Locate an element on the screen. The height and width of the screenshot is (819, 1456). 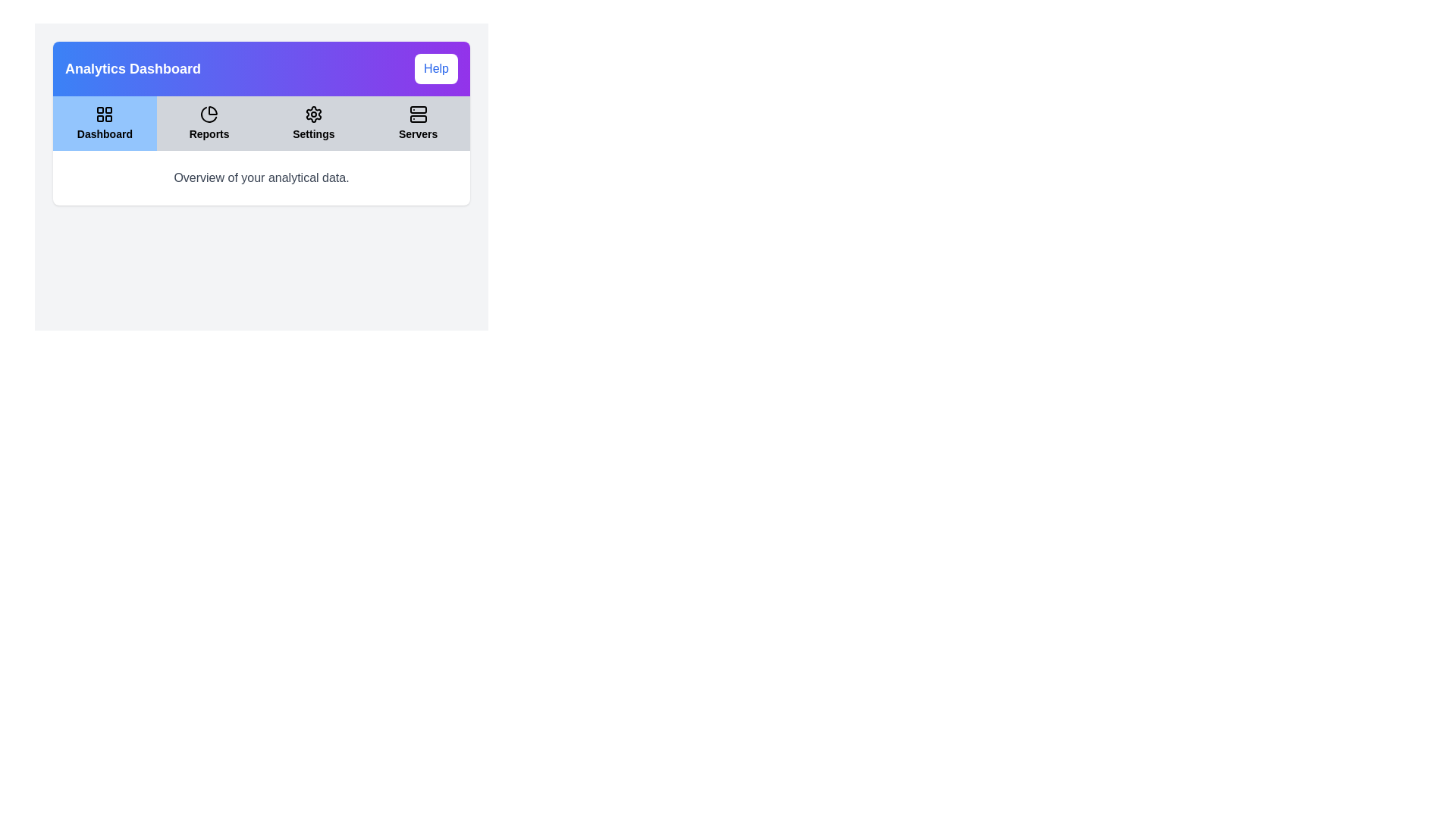
the 'Dashboard' text label is located at coordinates (104, 133).